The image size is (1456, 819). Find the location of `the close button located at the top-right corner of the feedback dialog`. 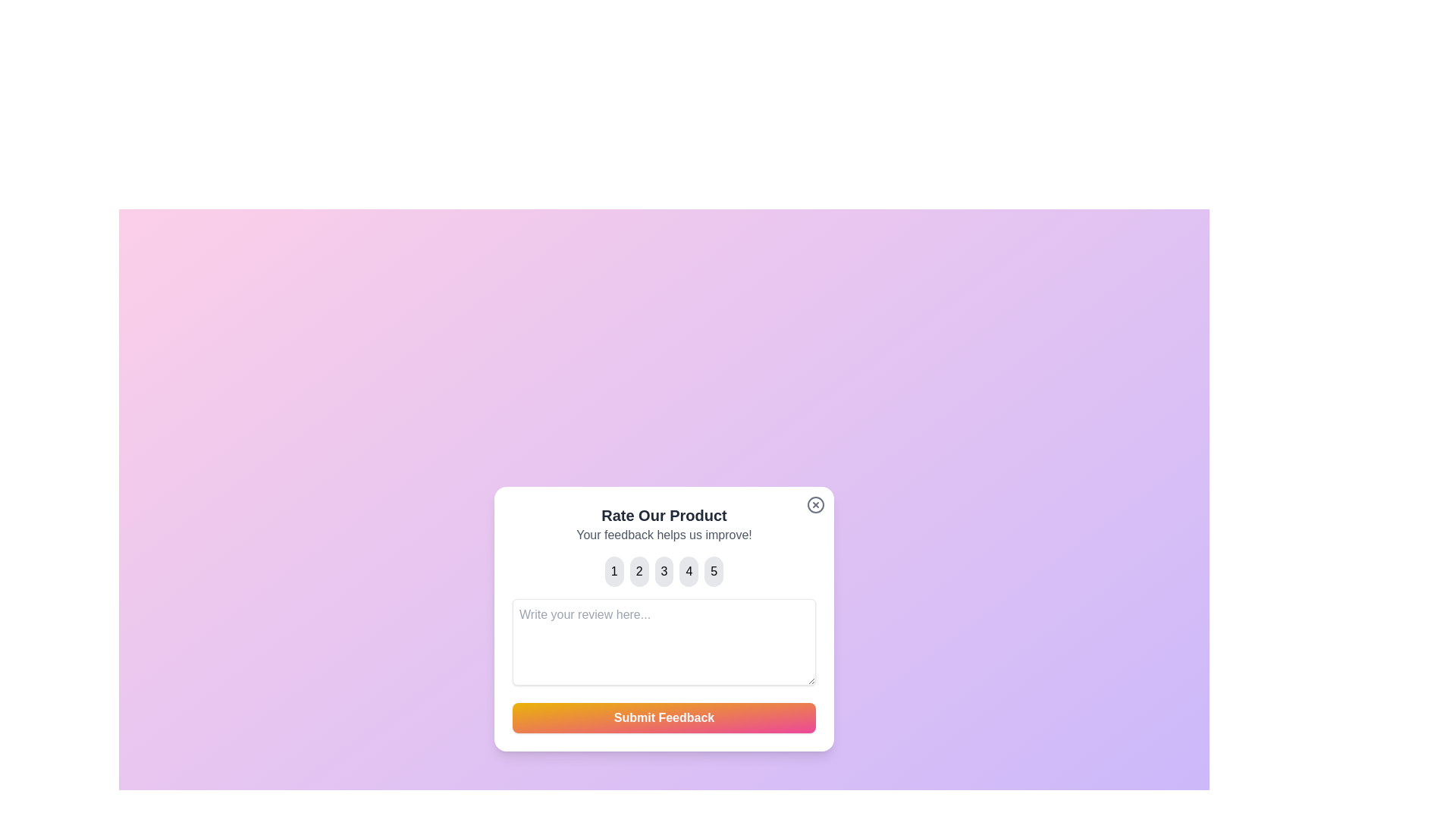

the close button located at the top-right corner of the feedback dialog is located at coordinates (814, 504).